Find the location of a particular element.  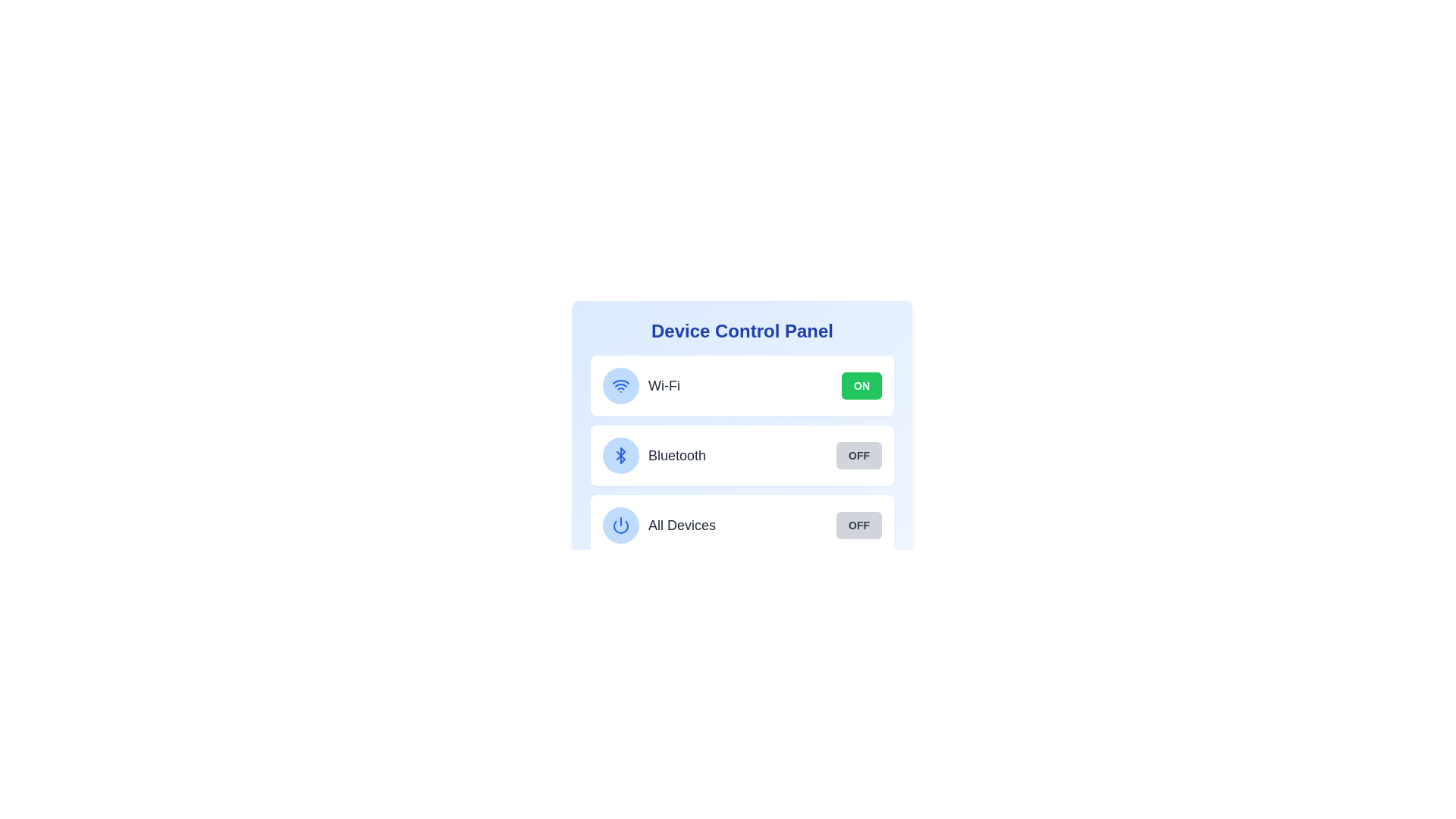

the static text label displaying 'Wi-Fi' which is part of the configuration interface, located at the top entry of a list of control options in a card layout is located at coordinates (664, 385).